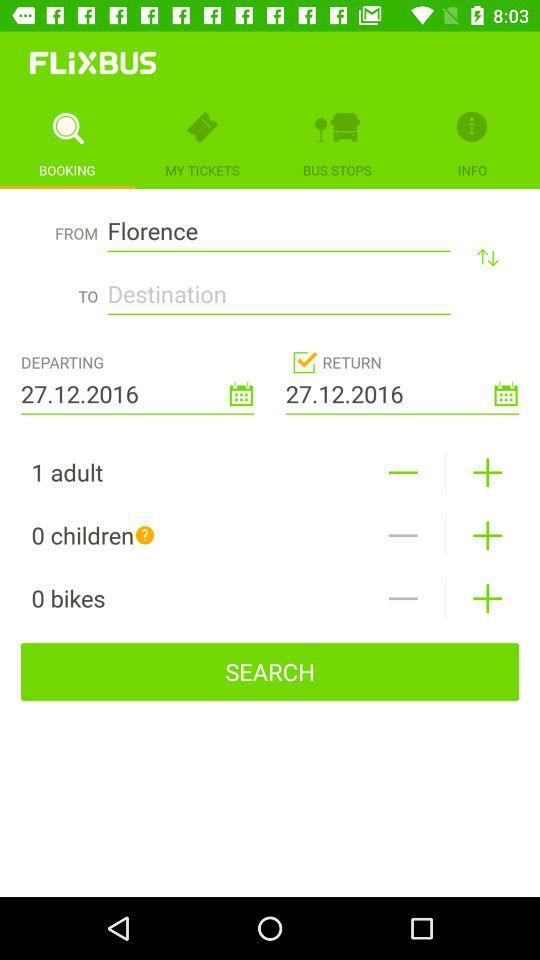 The width and height of the screenshot is (540, 960). I want to click on remove item, so click(403, 534).